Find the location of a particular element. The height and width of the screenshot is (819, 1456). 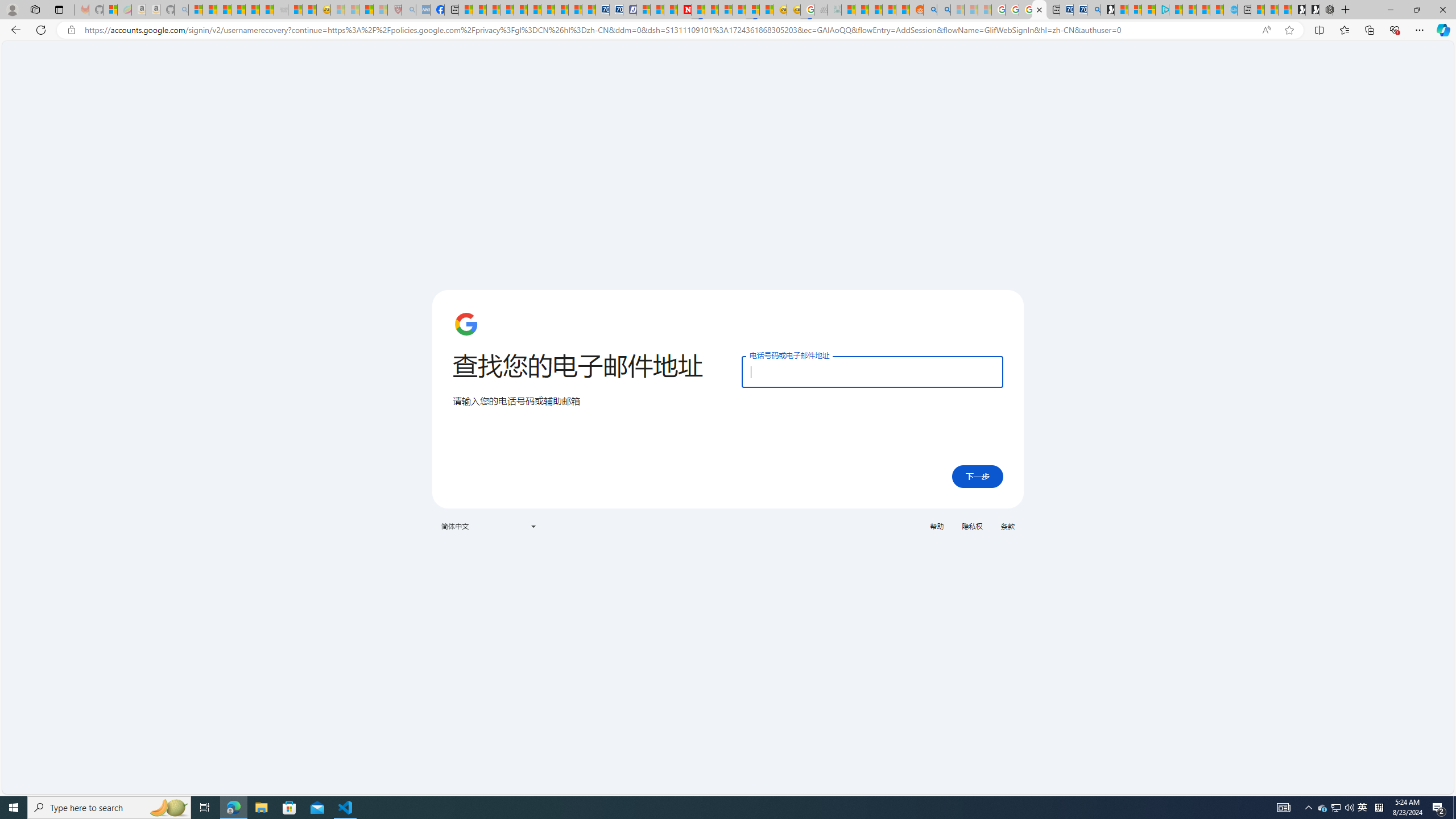

'Microsoft Start Gaming' is located at coordinates (1108, 9).